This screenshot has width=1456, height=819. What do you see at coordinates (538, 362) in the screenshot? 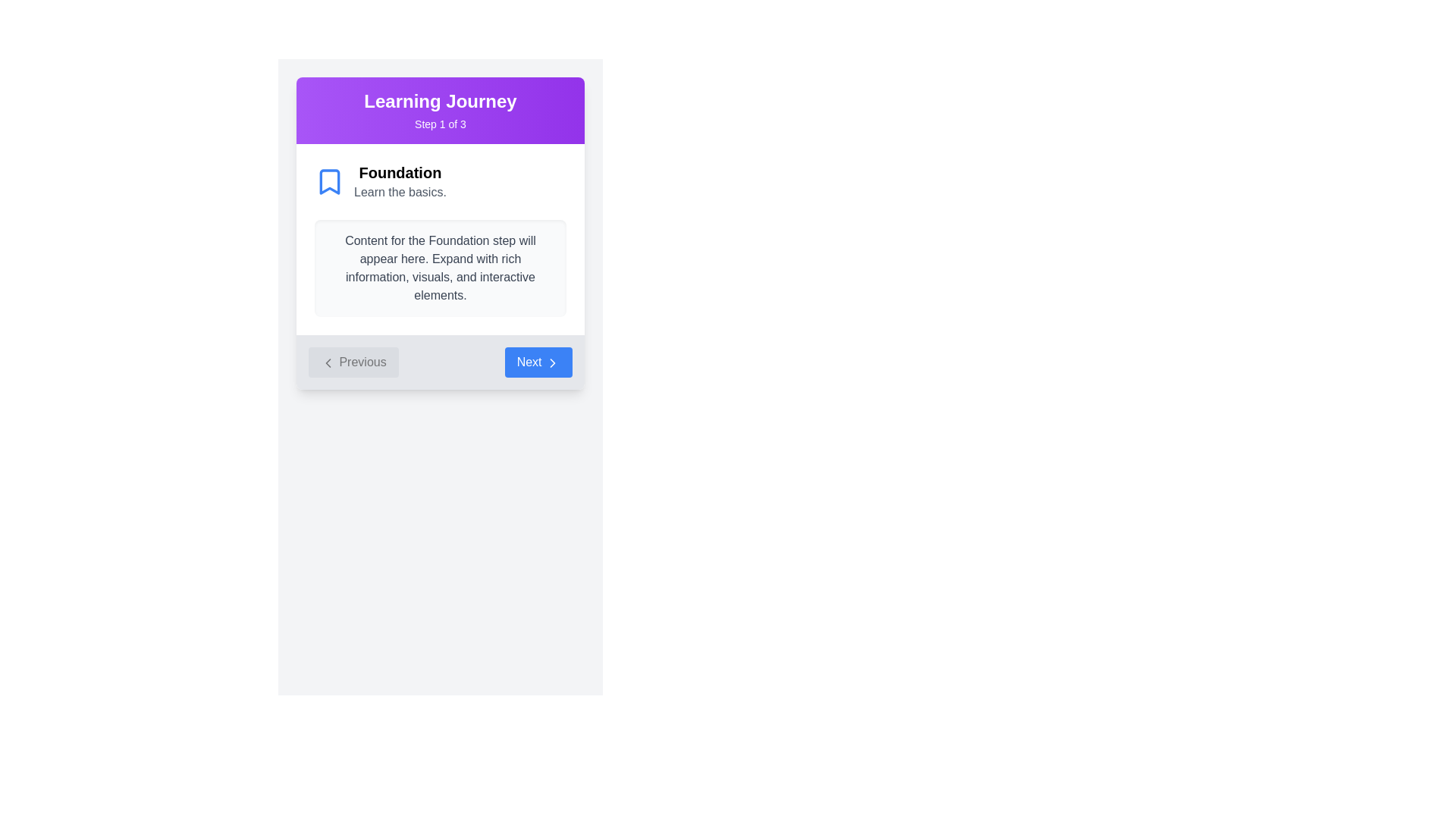
I see `the 'Next' button, which has a blue background, white text, and a right arrow icon, to observe its hover styling effects` at bounding box center [538, 362].